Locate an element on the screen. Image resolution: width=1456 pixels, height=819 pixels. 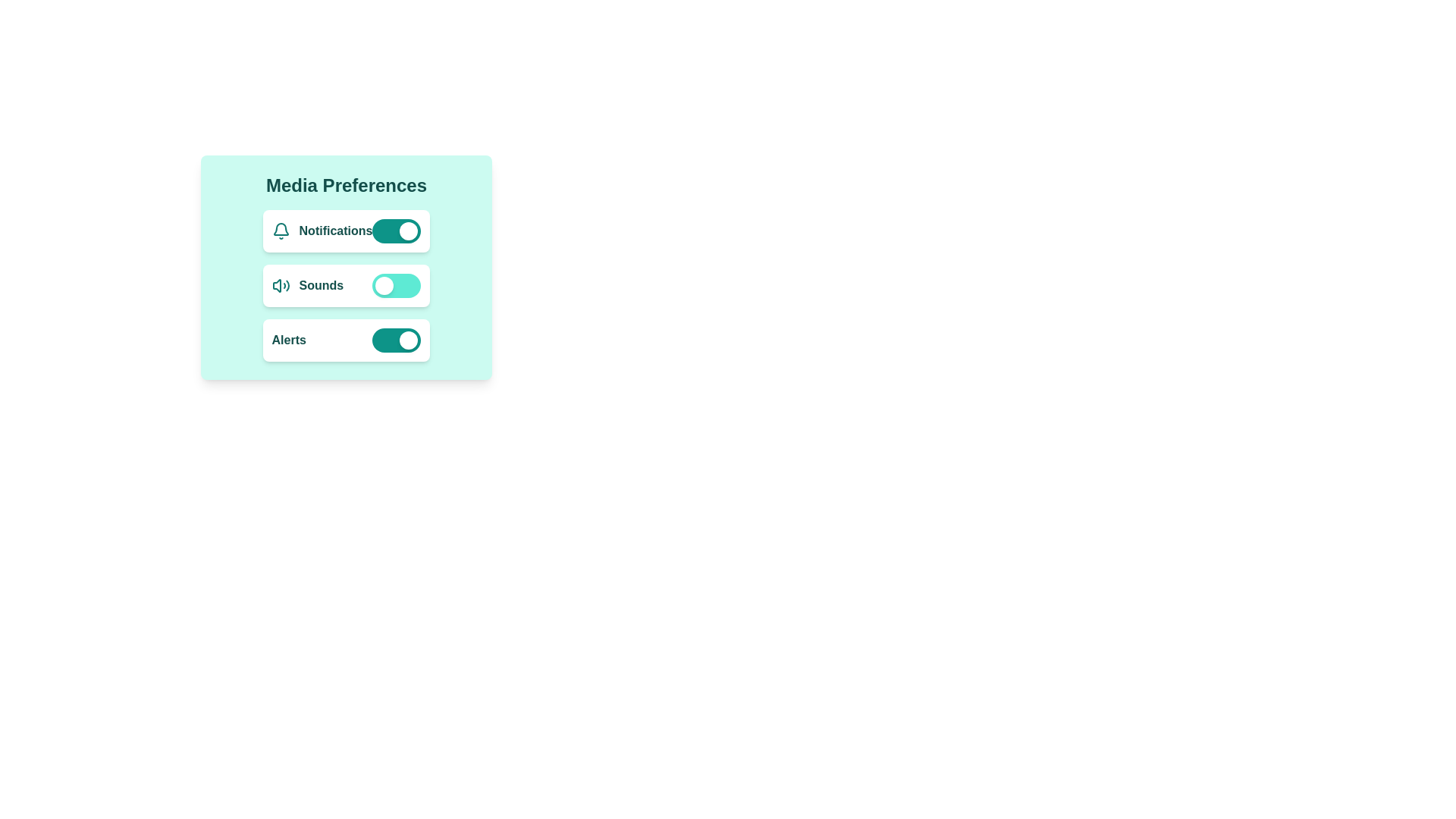
the header text 'Media Preferences', which is styled with a bold, large dark teal font and positioned at the top center of a light teal card is located at coordinates (345, 185).